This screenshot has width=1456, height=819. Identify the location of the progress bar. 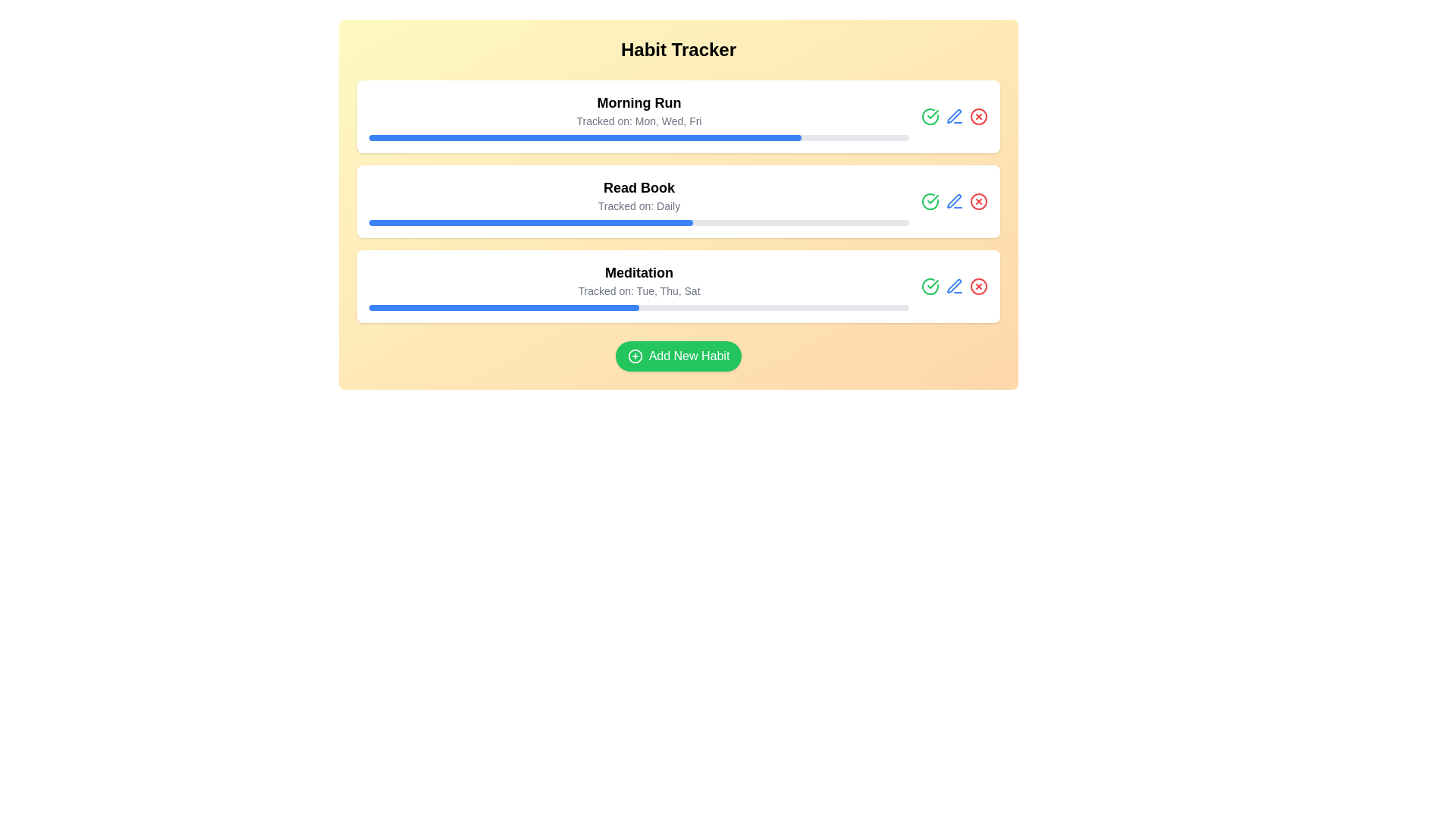
(372, 222).